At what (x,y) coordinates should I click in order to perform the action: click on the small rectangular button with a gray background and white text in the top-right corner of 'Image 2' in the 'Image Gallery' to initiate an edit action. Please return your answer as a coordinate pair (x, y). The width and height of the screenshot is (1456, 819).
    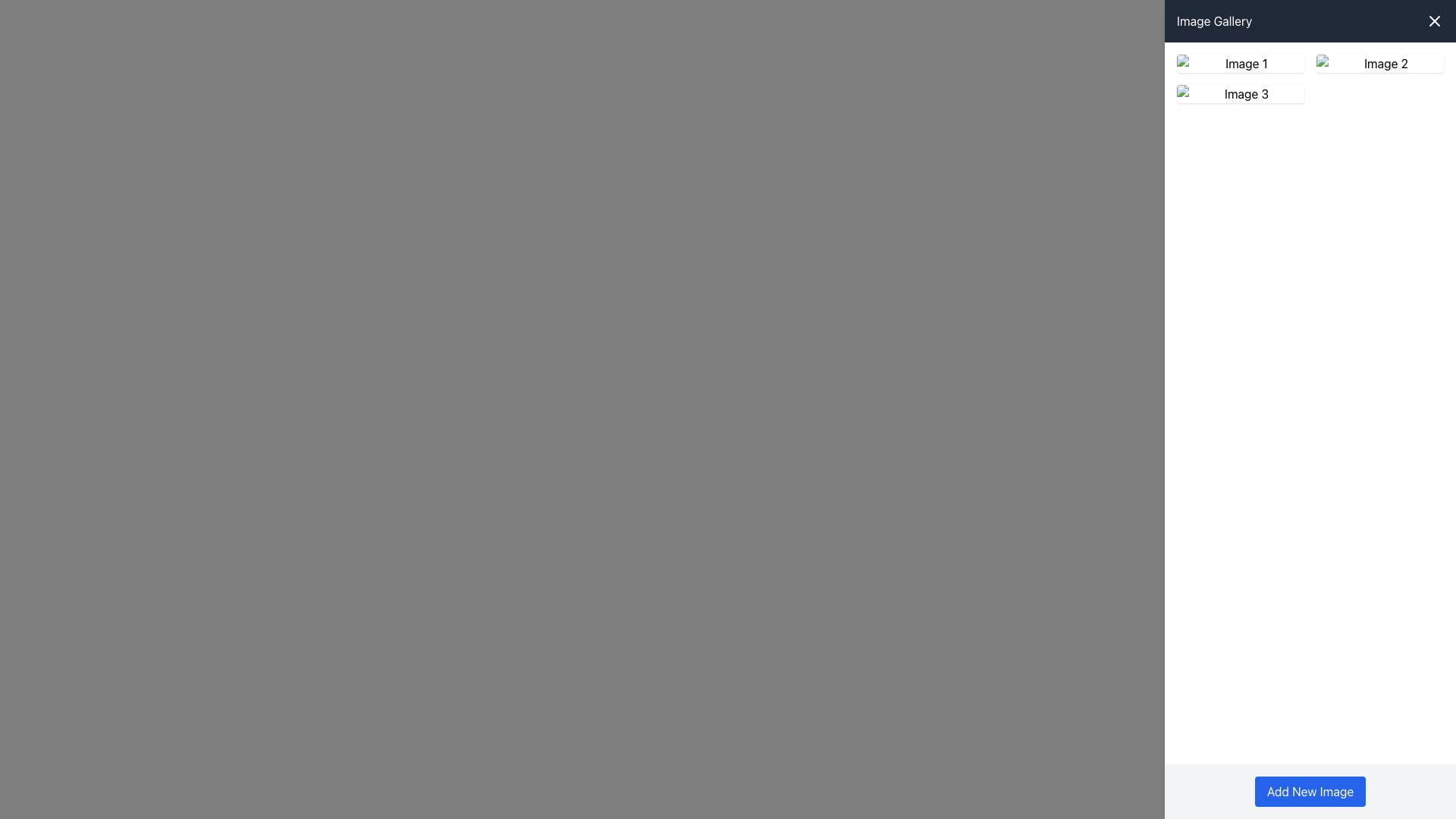
    Looking at the image, I should click on (1379, 63).